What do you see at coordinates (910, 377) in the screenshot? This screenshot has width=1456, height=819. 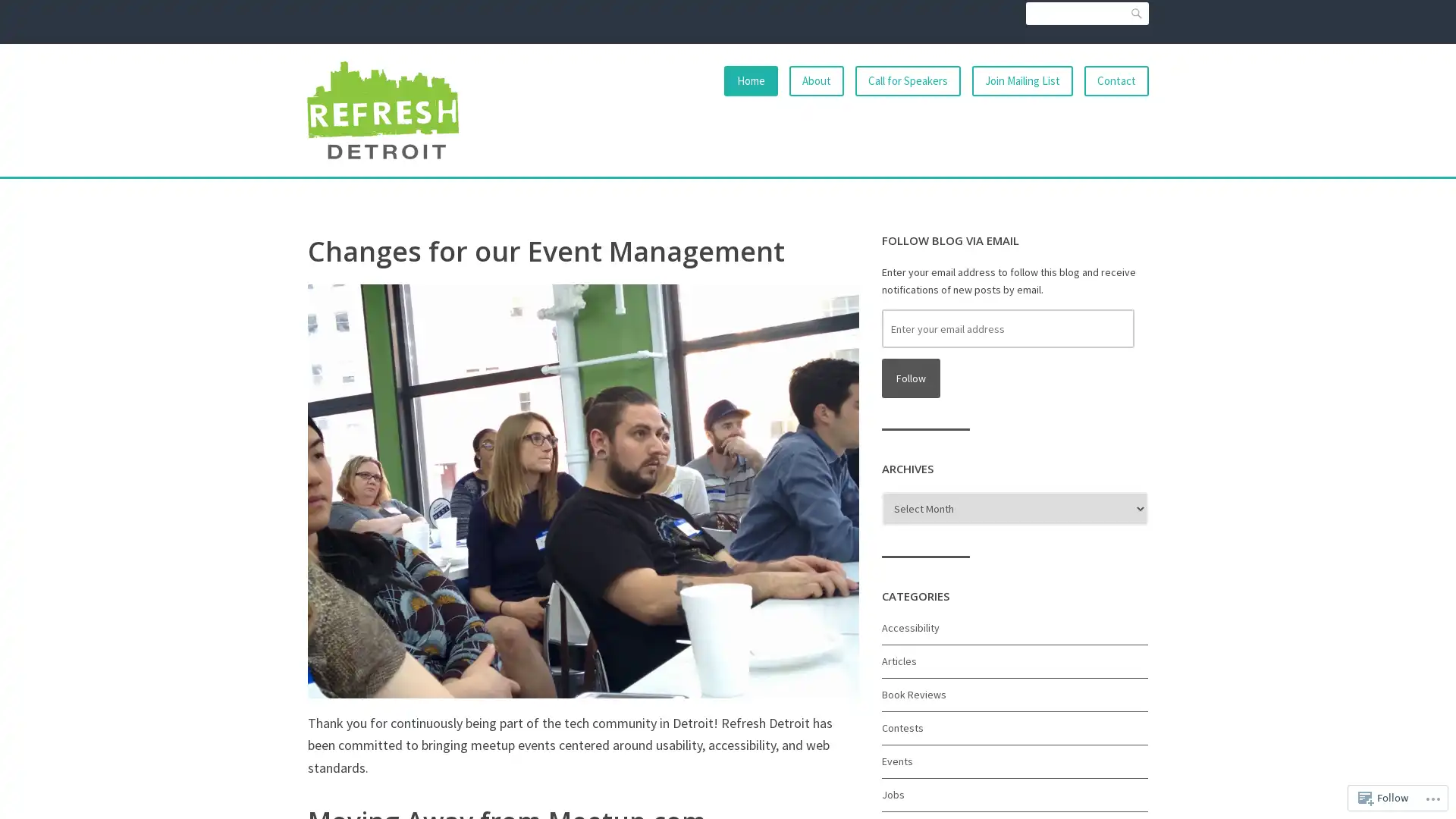 I see `Follow` at bounding box center [910, 377].